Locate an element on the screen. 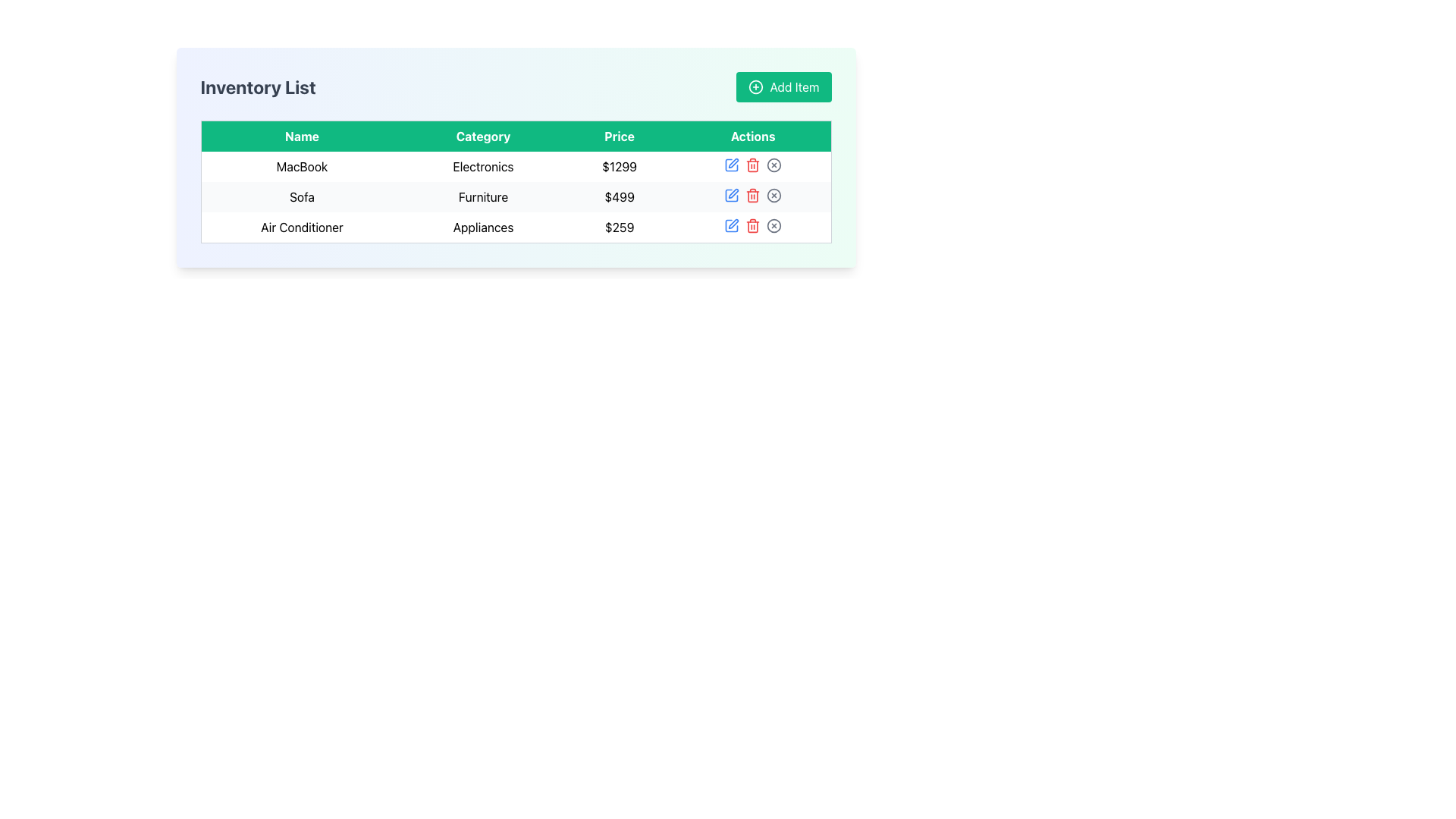 This screenshot has height=819, width=1456. the graphical element within the SVG icon in the action column of the table row for the 'Sofa' entry, which indicates a potential action such as deletion or closing is located at coordinates (774, 195).